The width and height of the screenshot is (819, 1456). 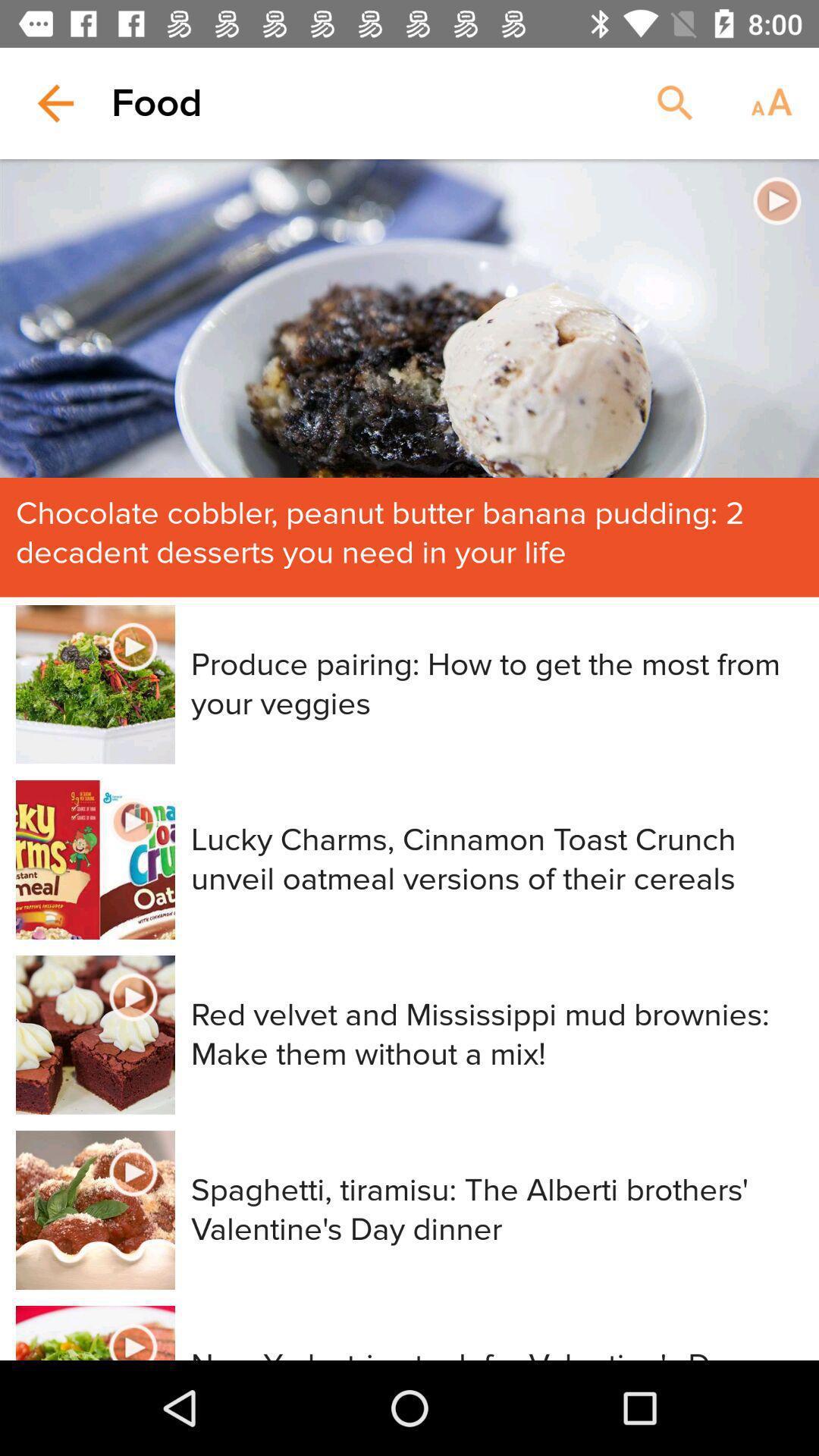 What do you see at coordinates (96, 683) in the screenshot?
I see `the image beside produce pairing` at bounding box center [96, 683].